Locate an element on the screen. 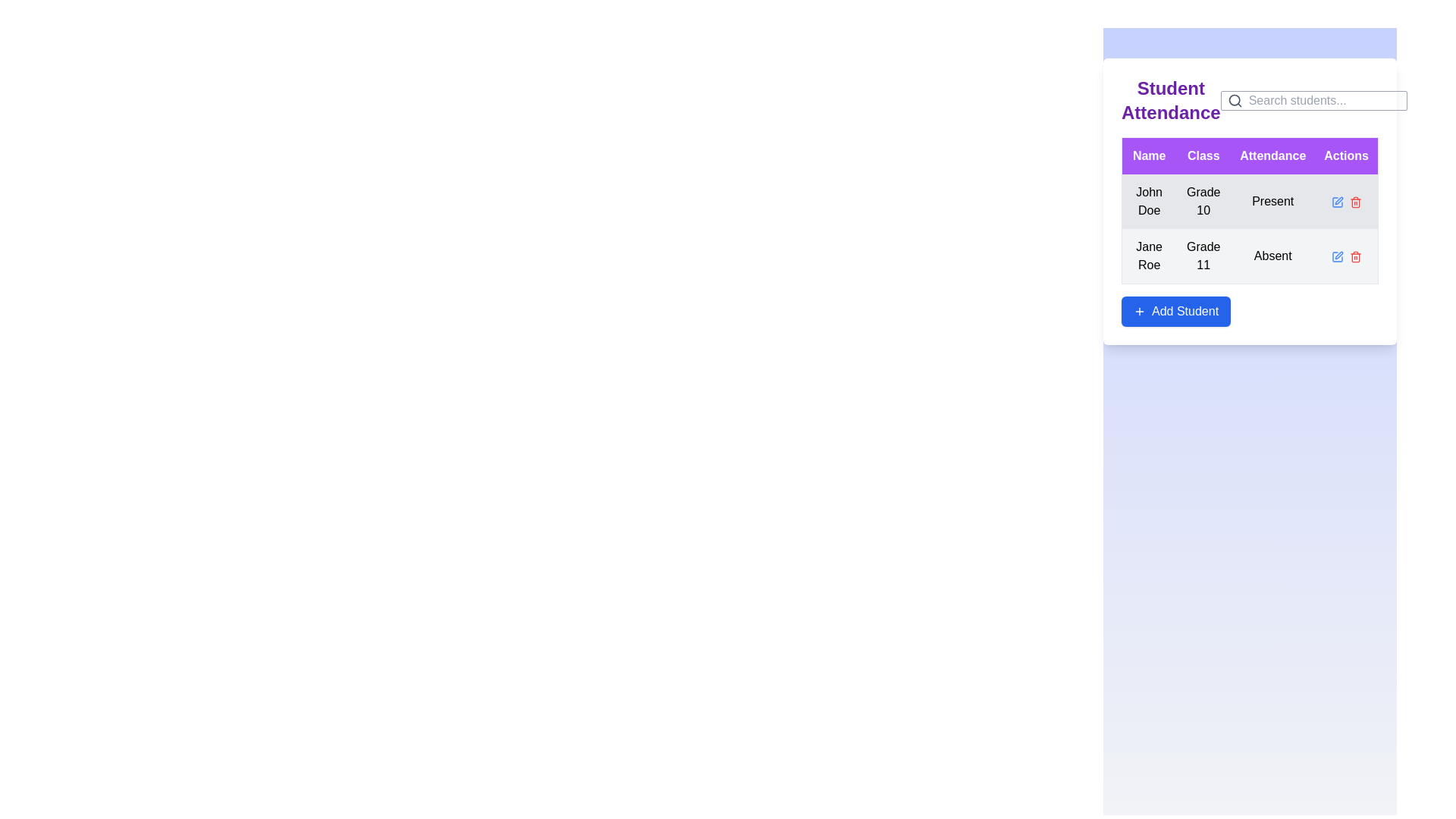  the small blue icon resembling a pen in the 'Actions' column of the second row in the 'Student Attendance' table, which is used for editing functionality is located at coordinates (1337, 256).